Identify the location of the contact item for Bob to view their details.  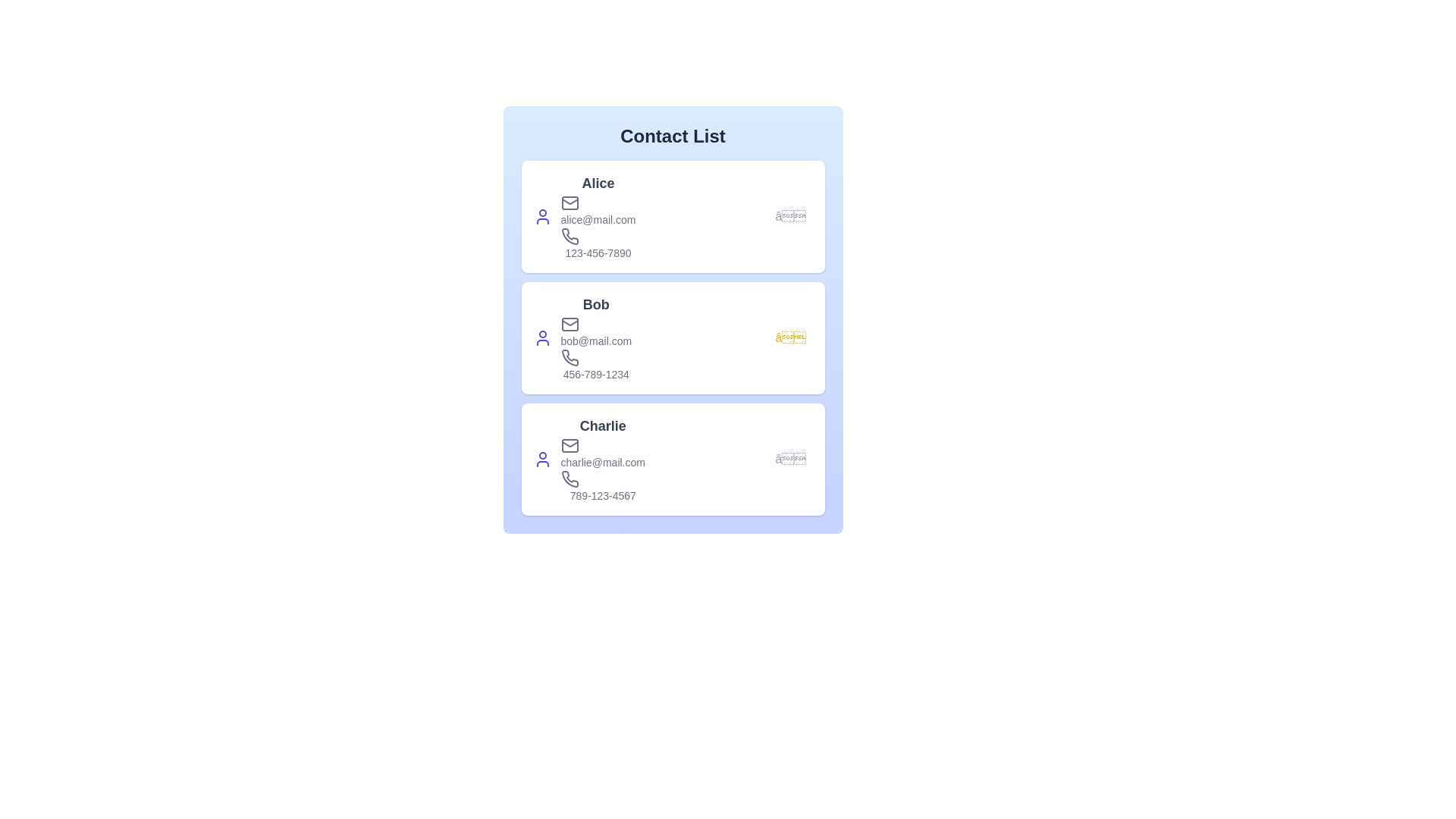
(672, 337).